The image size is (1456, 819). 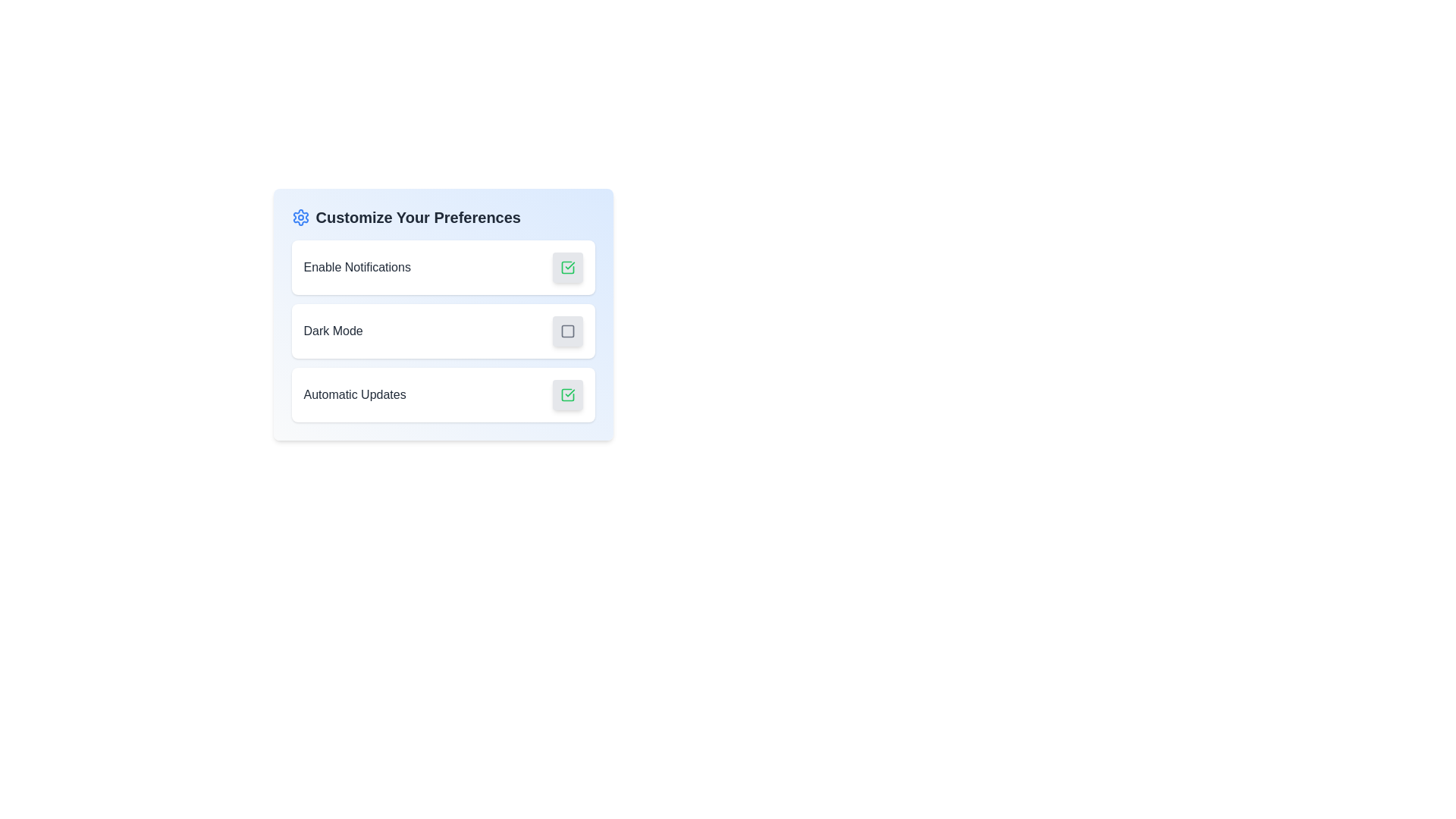 I want to click on the Checkbox styled as a button with an icon, so click(x=566, y=267).